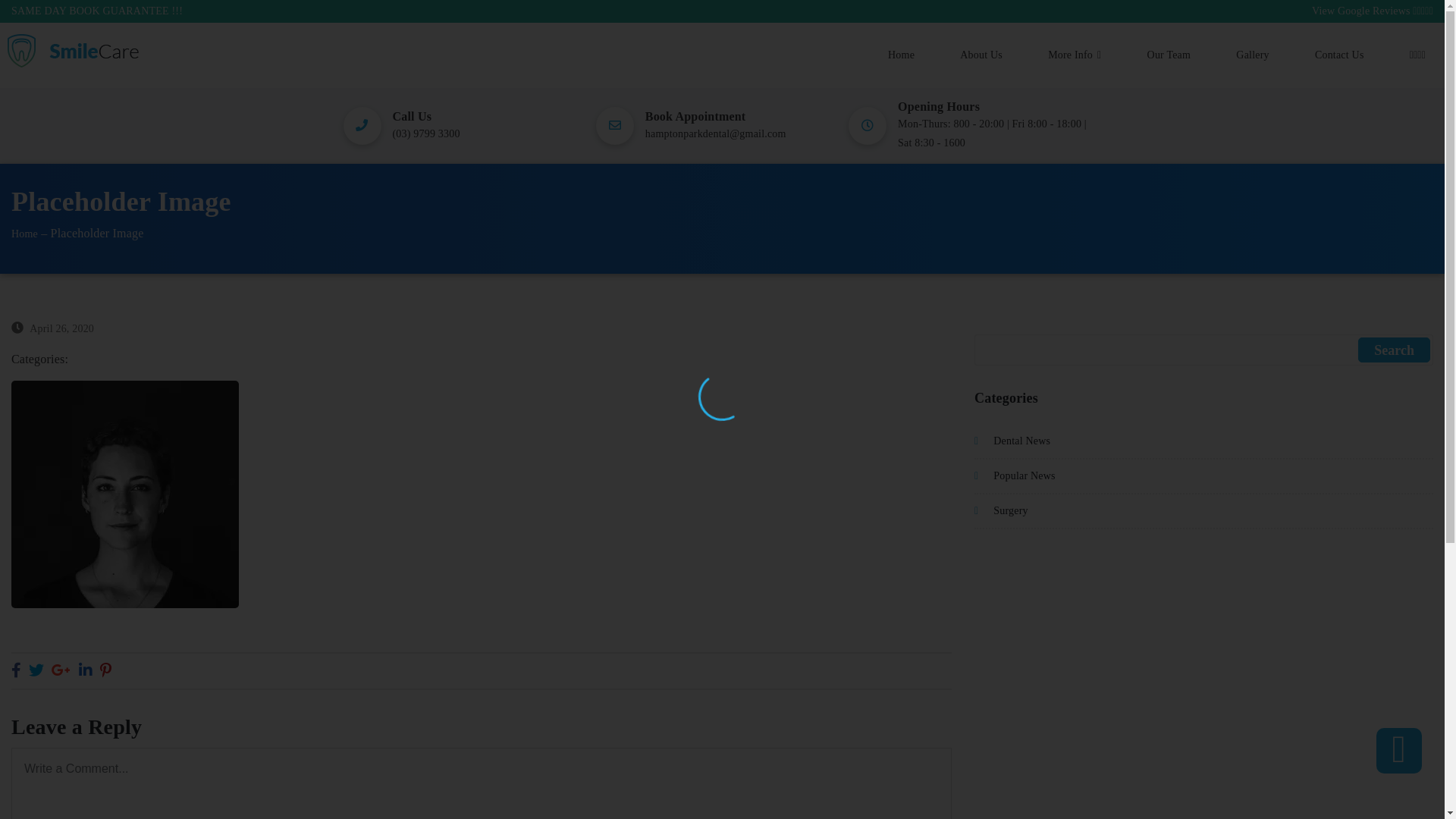  Describe the element at coordinates (1252, 54) in the screenshot. I see `'Gallery'` at that location.